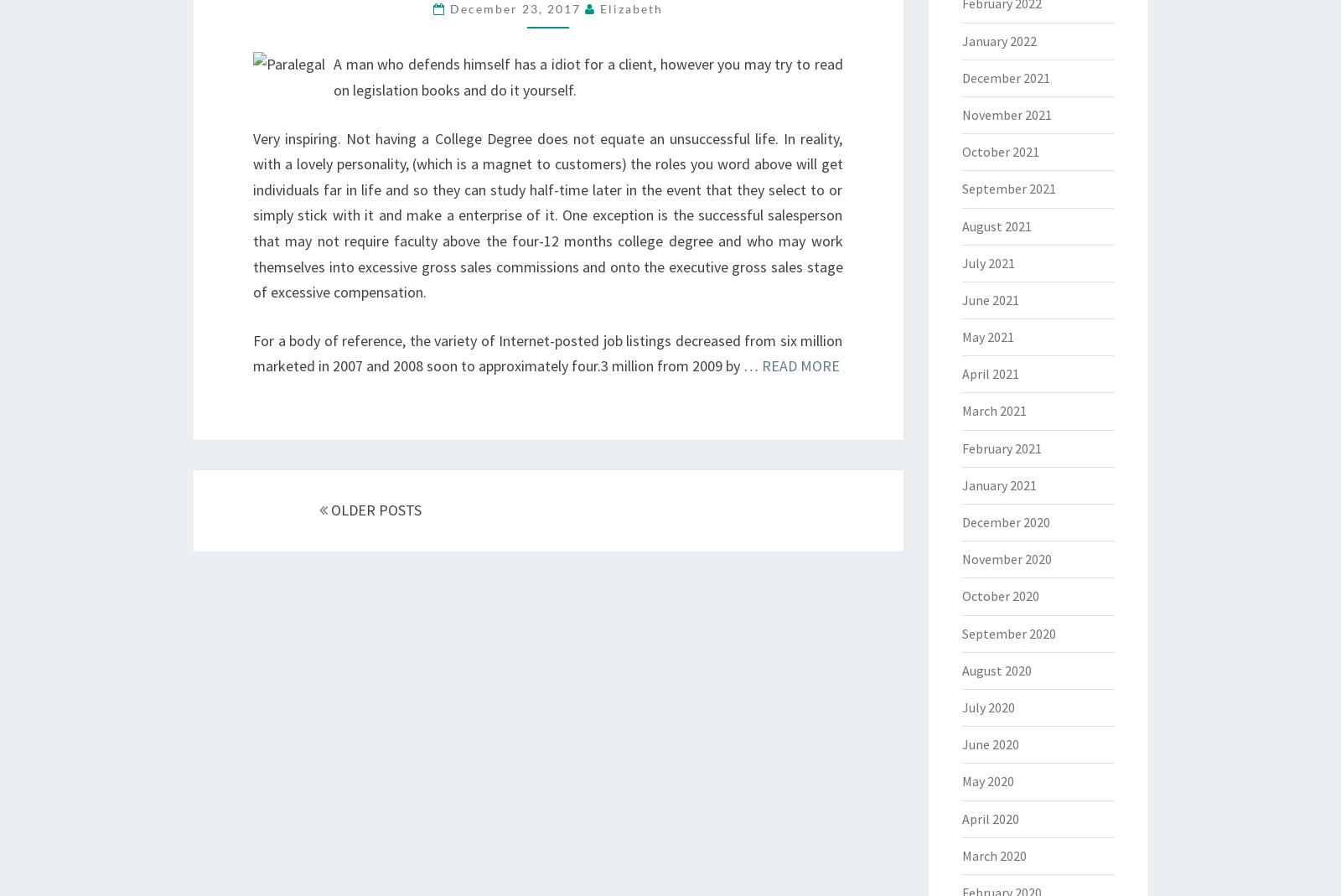 The image size is (1341, 896). I want to click on 'March 2021', so click(961, 410).